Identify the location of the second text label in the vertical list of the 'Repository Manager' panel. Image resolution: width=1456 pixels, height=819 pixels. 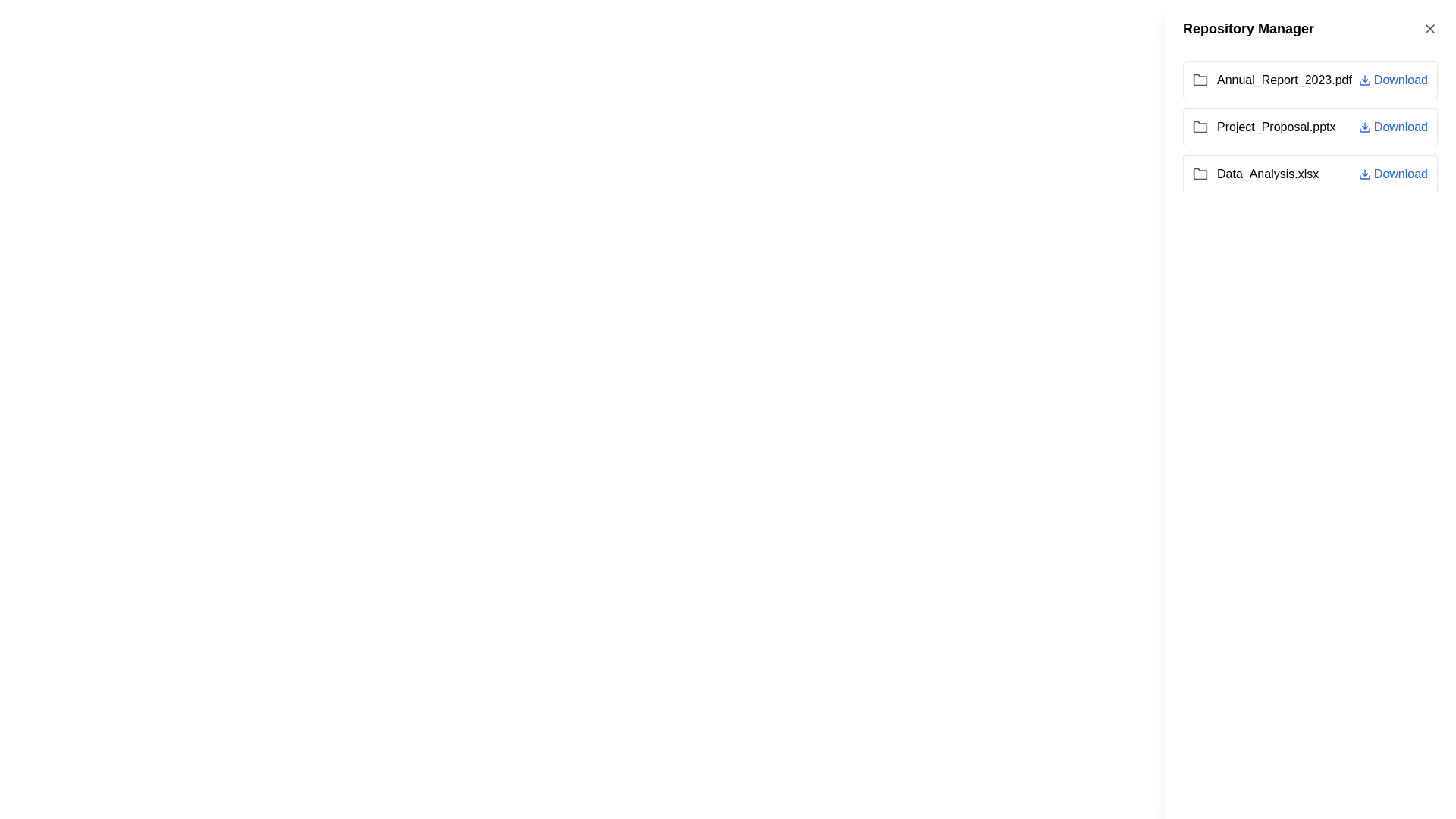
(1276, 127).